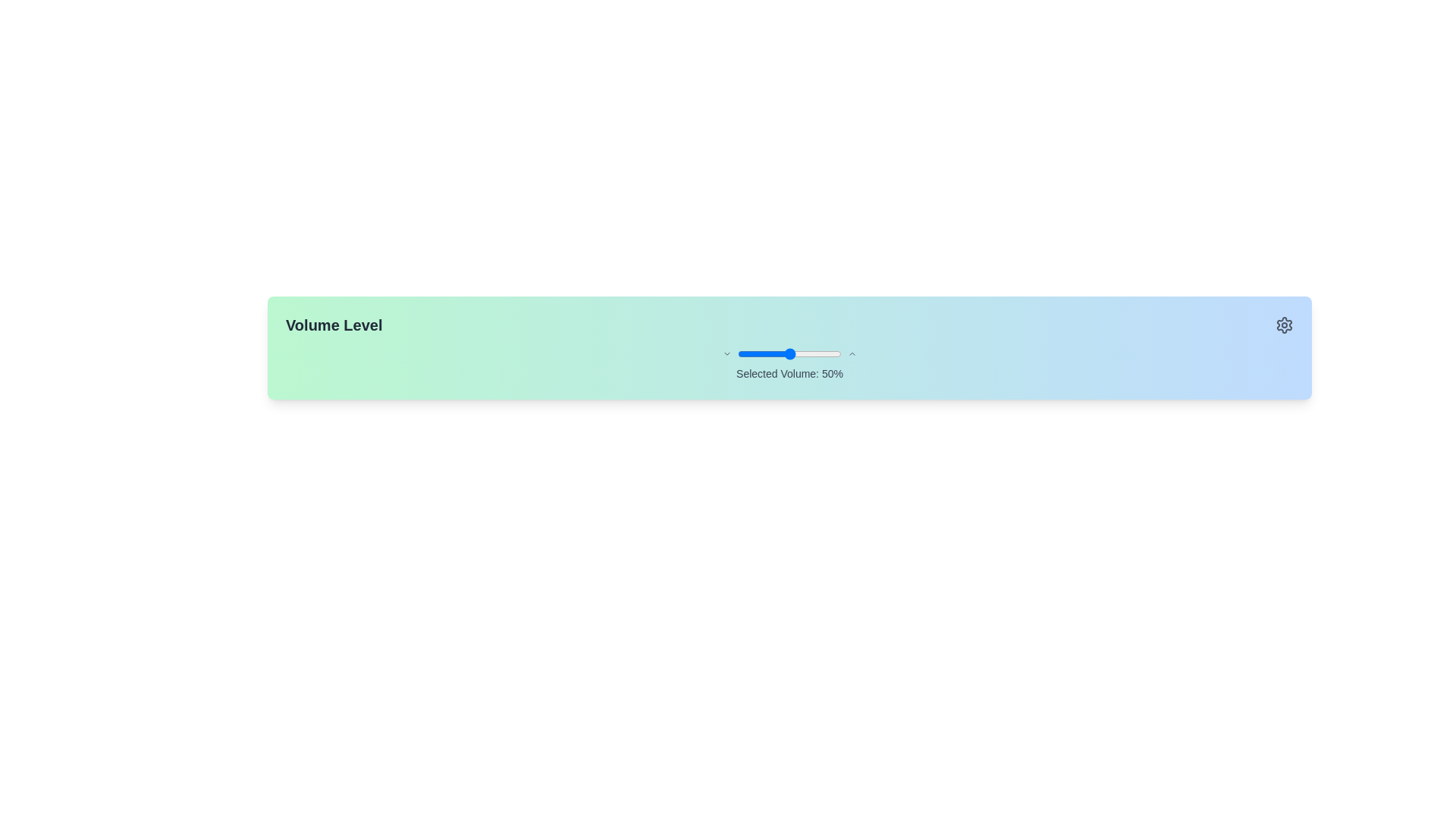  Describe the element at coordinates (808, 353) in the screenshot. I see `the slider value` at that location.